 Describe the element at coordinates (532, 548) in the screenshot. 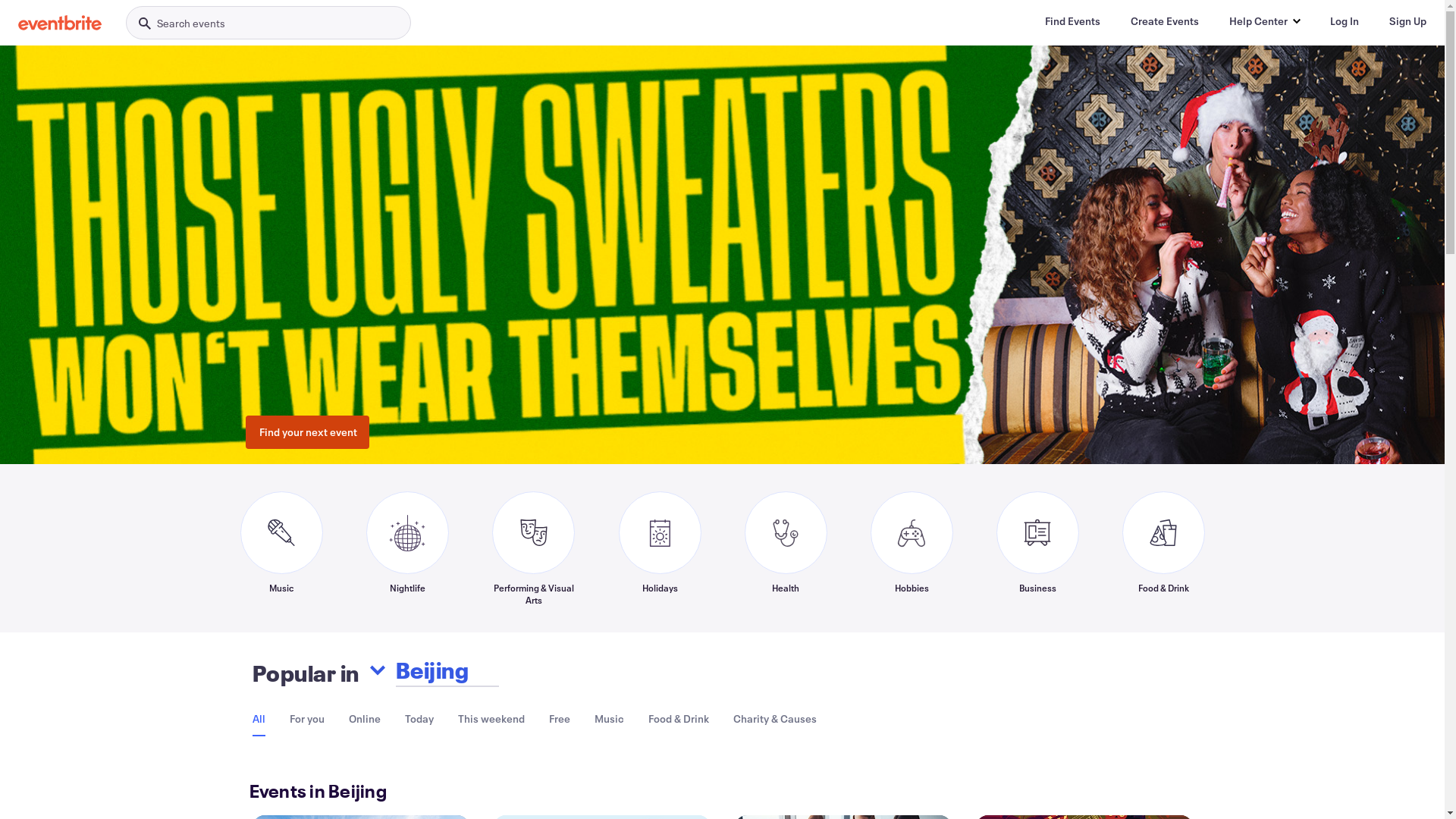

I see `'Performing & Visual Arts'` at that location.